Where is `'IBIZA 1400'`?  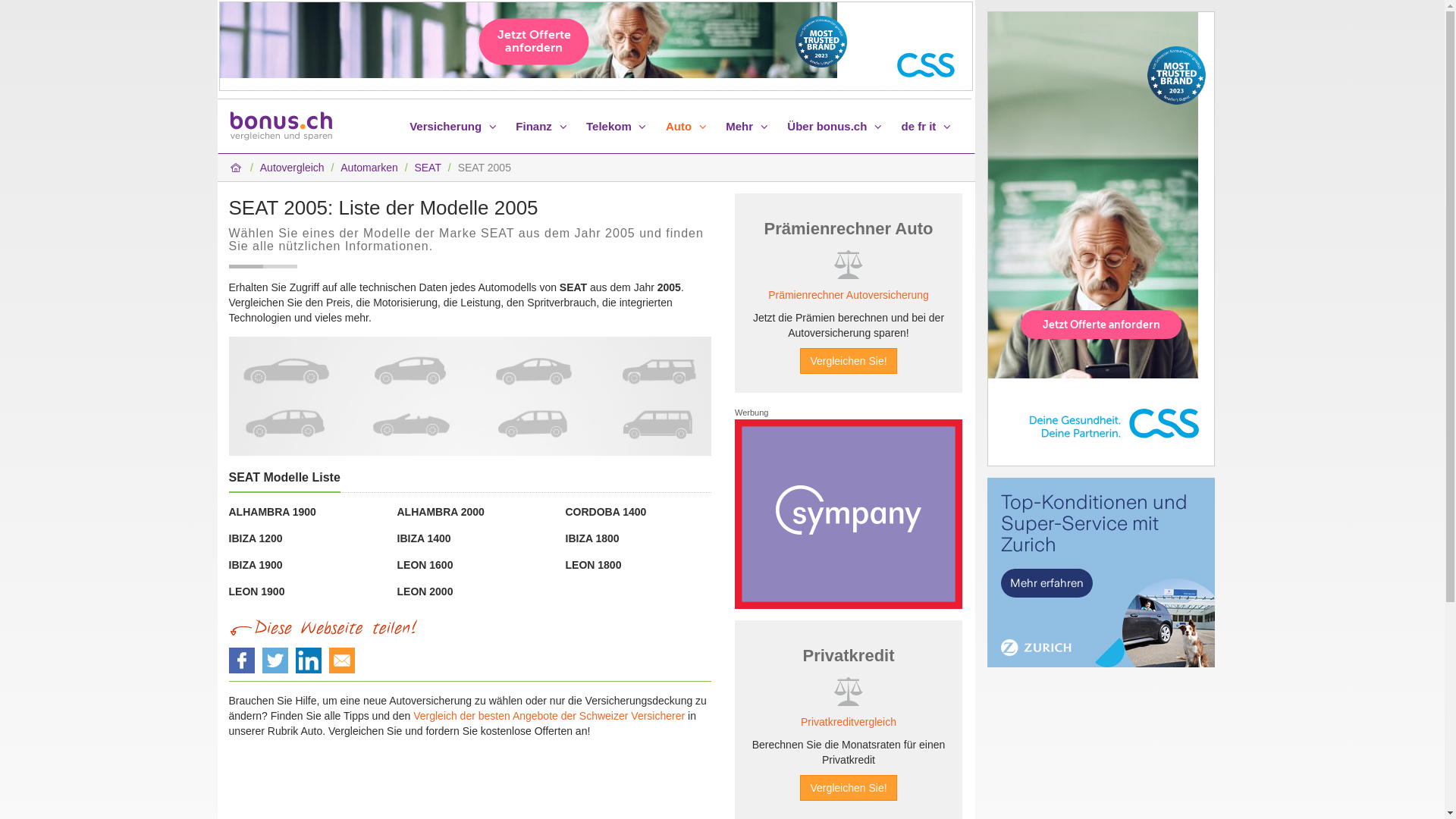 'IBIZA 1400' is located at coordinates (424, 537).